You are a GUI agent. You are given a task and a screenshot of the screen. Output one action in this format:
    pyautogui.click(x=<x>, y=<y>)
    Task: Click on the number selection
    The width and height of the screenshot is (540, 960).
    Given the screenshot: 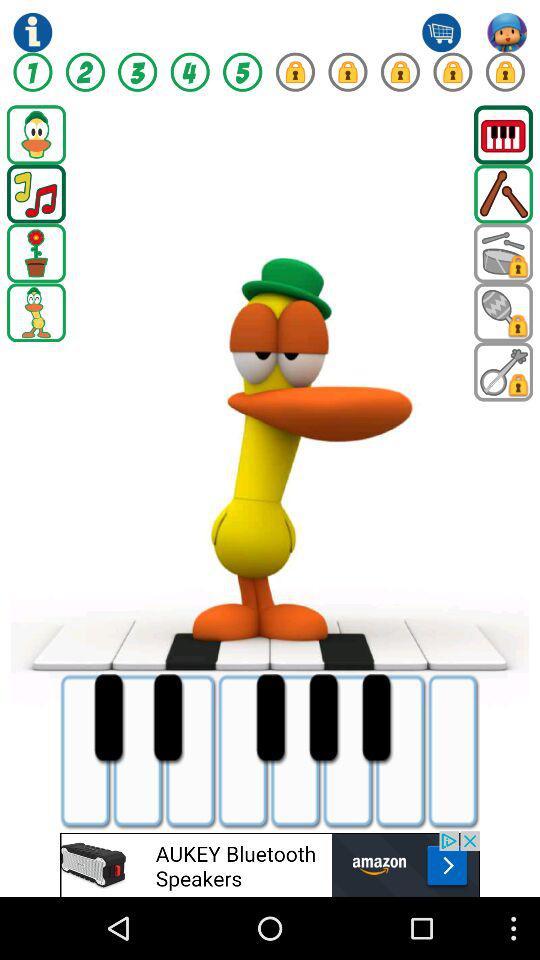 What is the action you would take?
    pyautogui.click(x=31, y=72)
    